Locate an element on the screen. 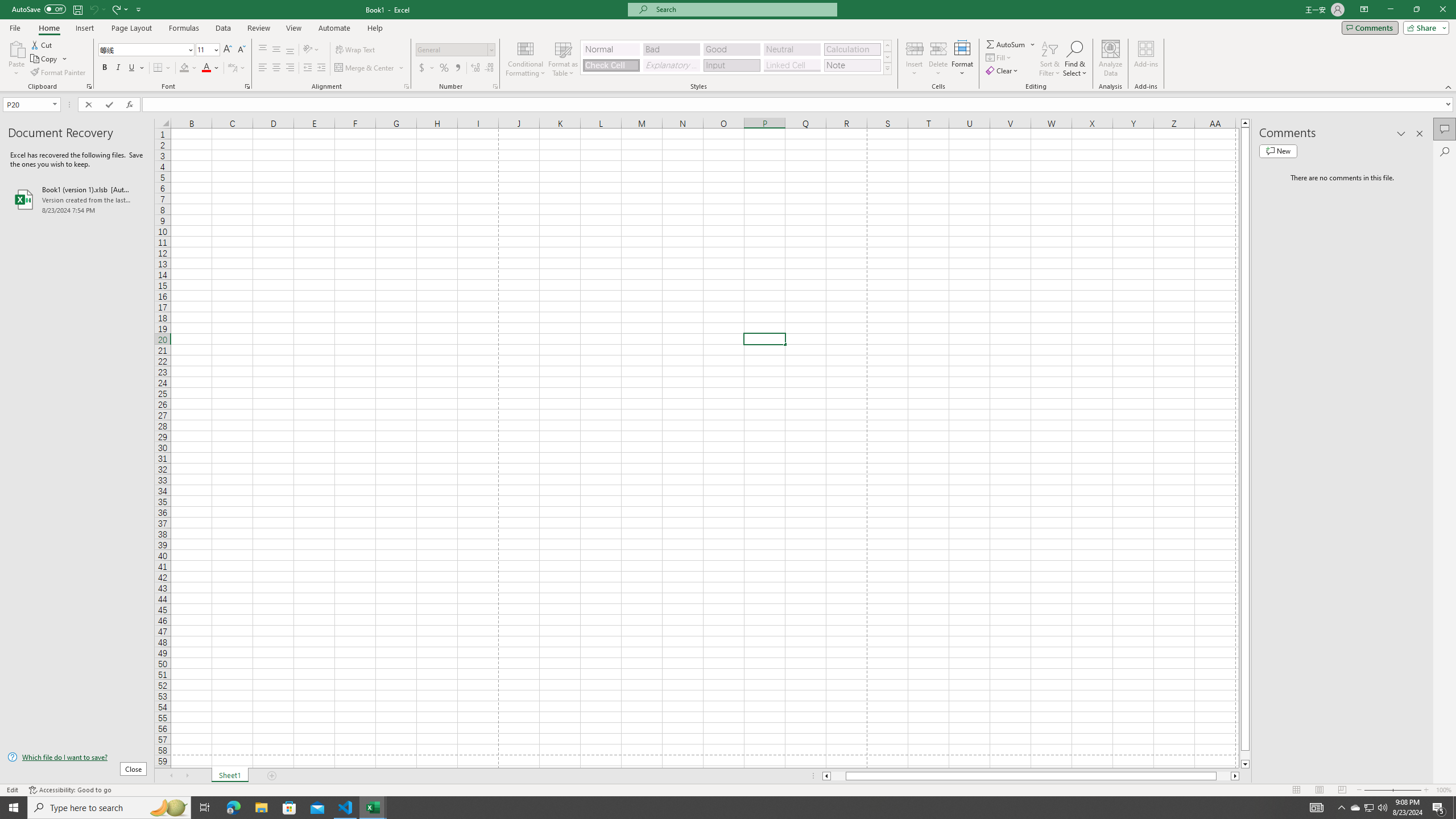  'Fill' is located at coordinates (999, 56).